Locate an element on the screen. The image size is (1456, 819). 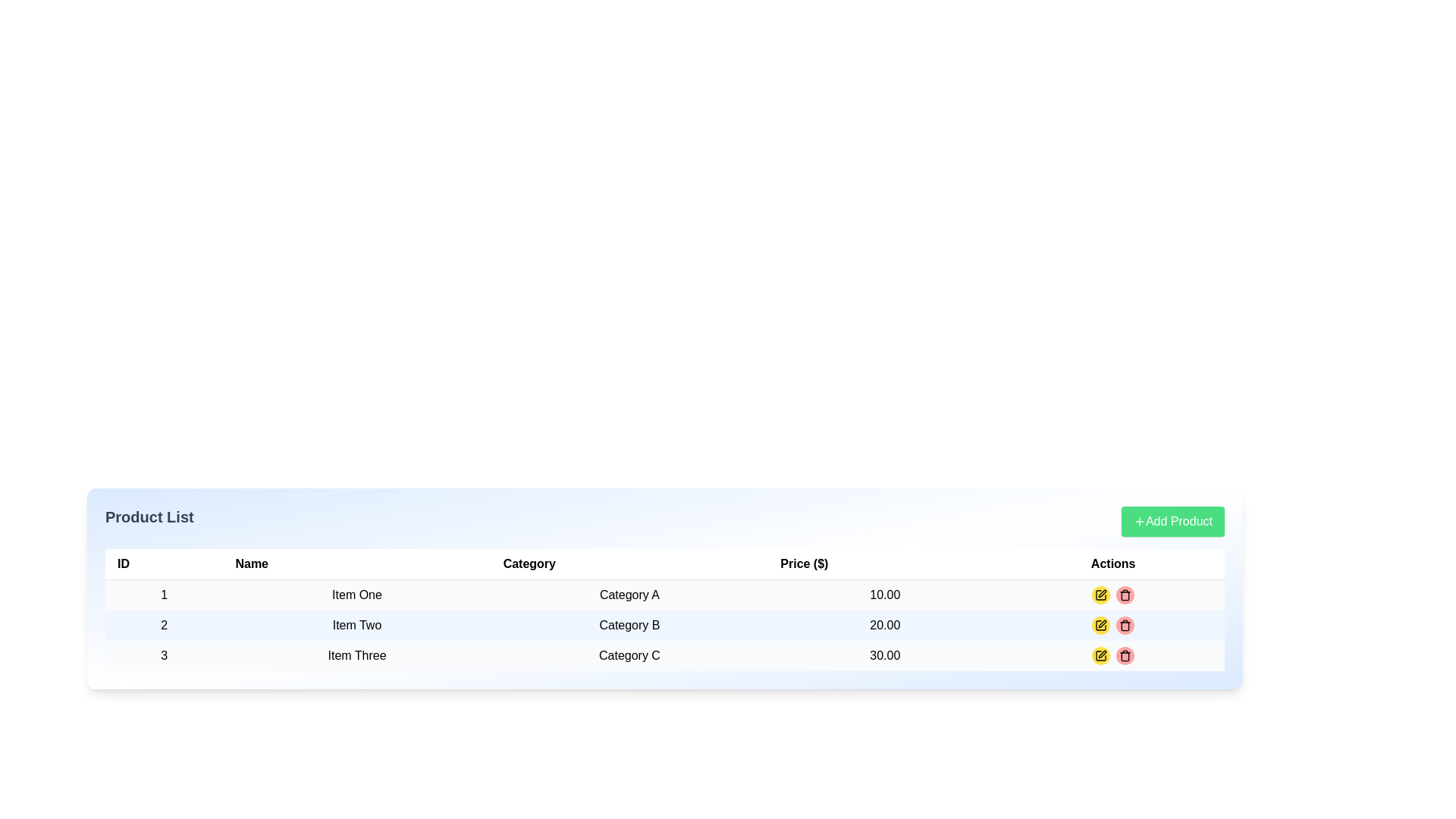
the second trash icon in the 'Actions' column of the 'Product List' section to initiate a delete action for 'Item Two' is located at coordinates (1125, 626).